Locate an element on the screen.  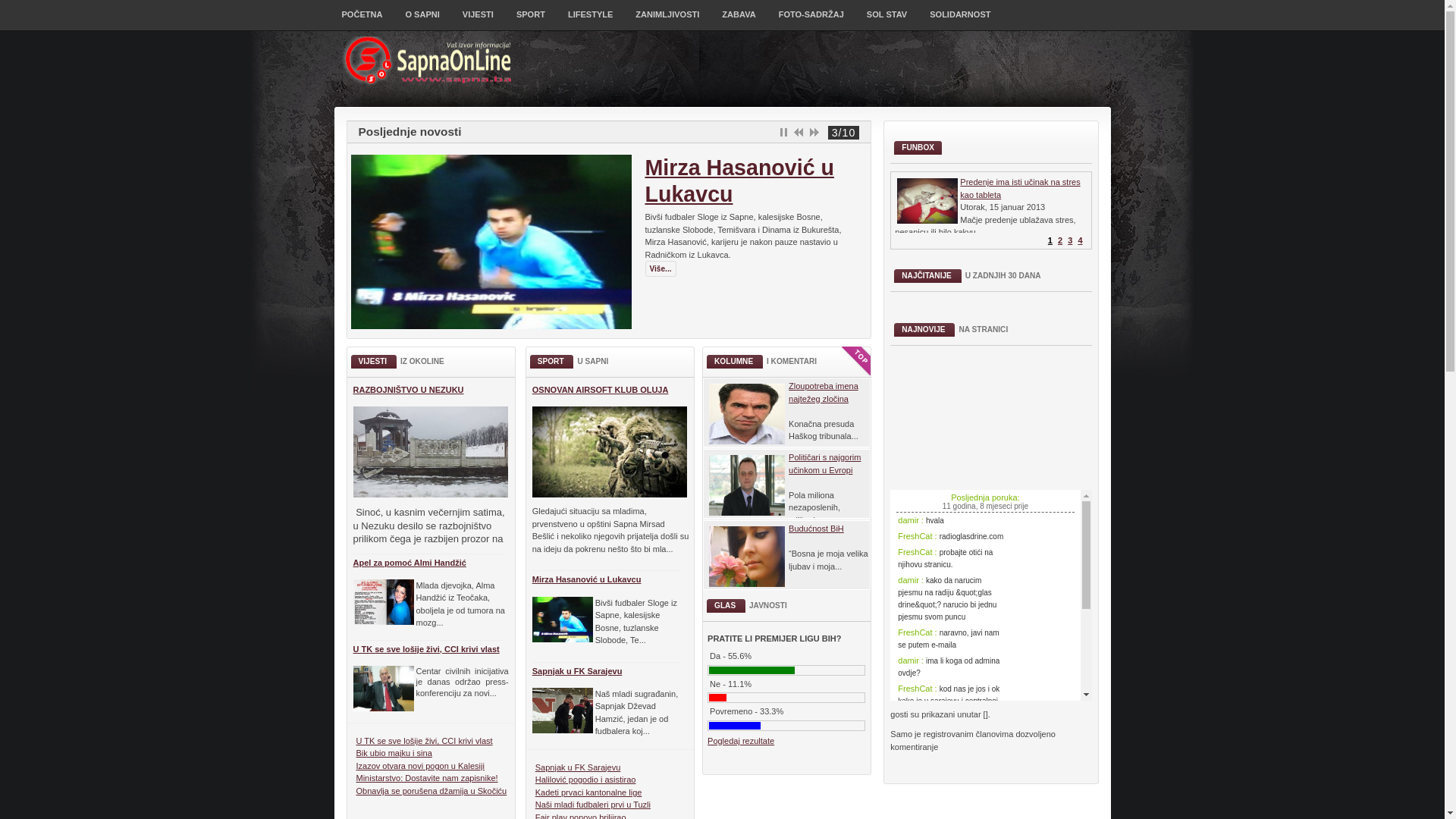
'O SAPNI' is located at coordinates (422, 20).